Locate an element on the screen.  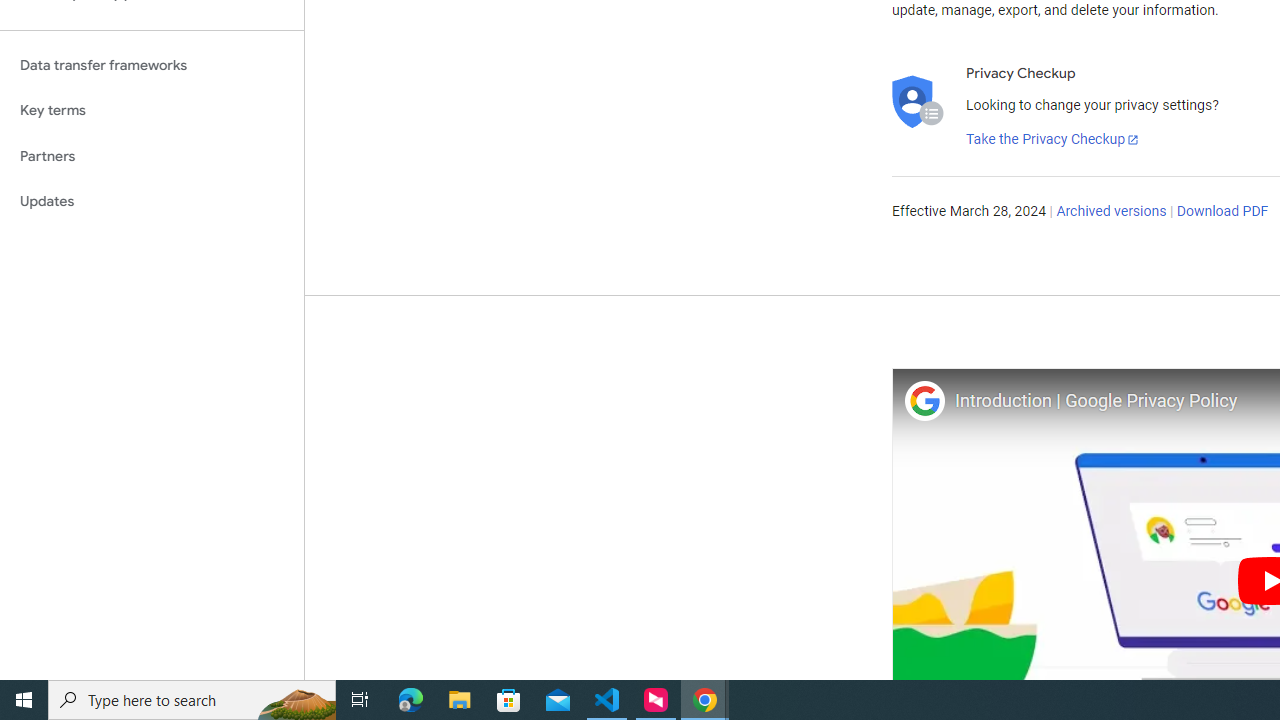
'Take the Privacy Checkup' is located at coordinates (1052, 139).